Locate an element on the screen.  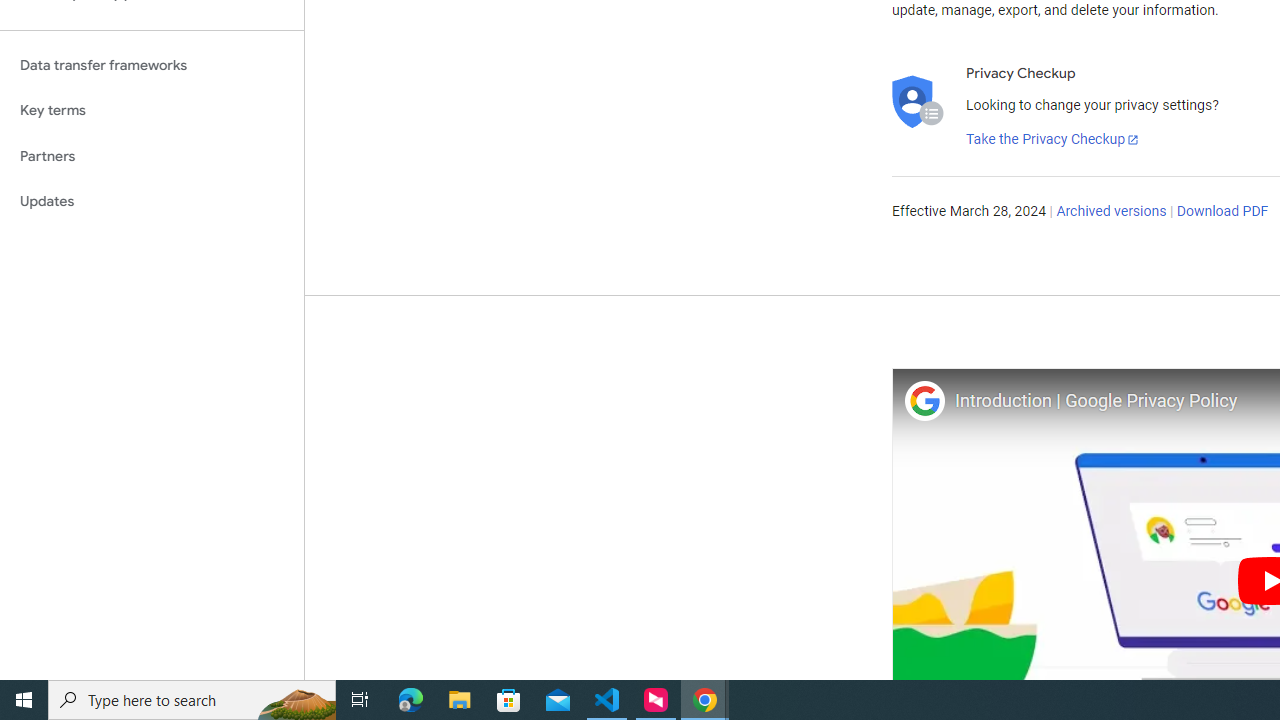
'Take the Privacy Checkup' is located at coordinates (1052, 139).